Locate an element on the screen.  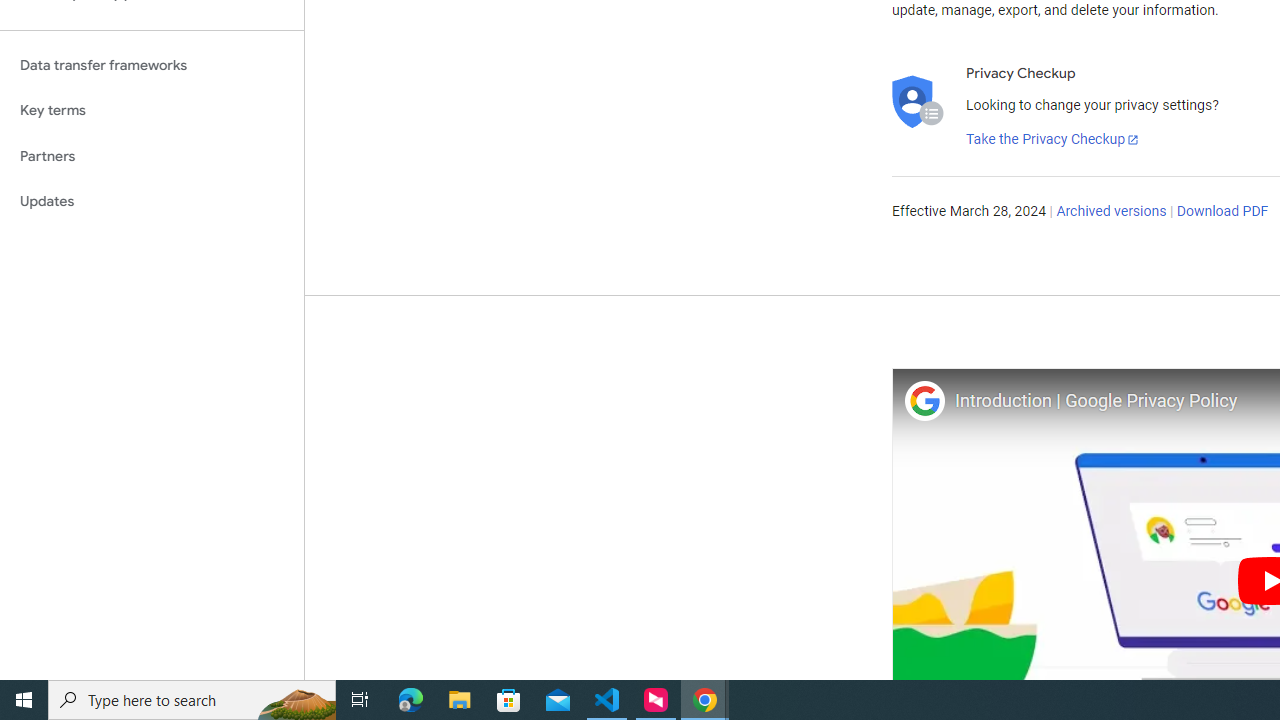
'Take the Privacy Checkup' is located at coordinates (1052, 139).